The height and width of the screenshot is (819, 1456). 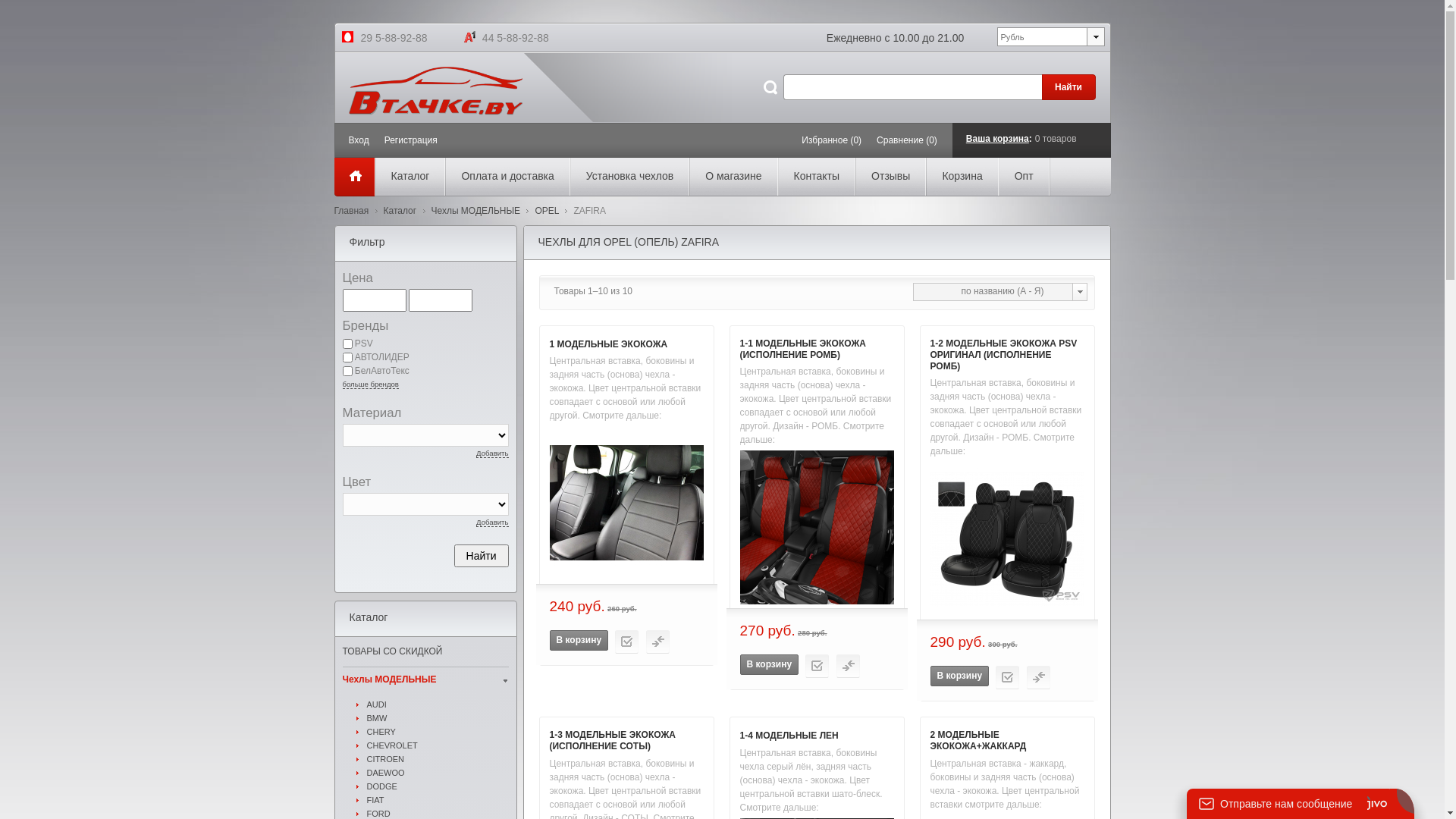 I want to click on 'AUDI', so click(x=437, y=704).